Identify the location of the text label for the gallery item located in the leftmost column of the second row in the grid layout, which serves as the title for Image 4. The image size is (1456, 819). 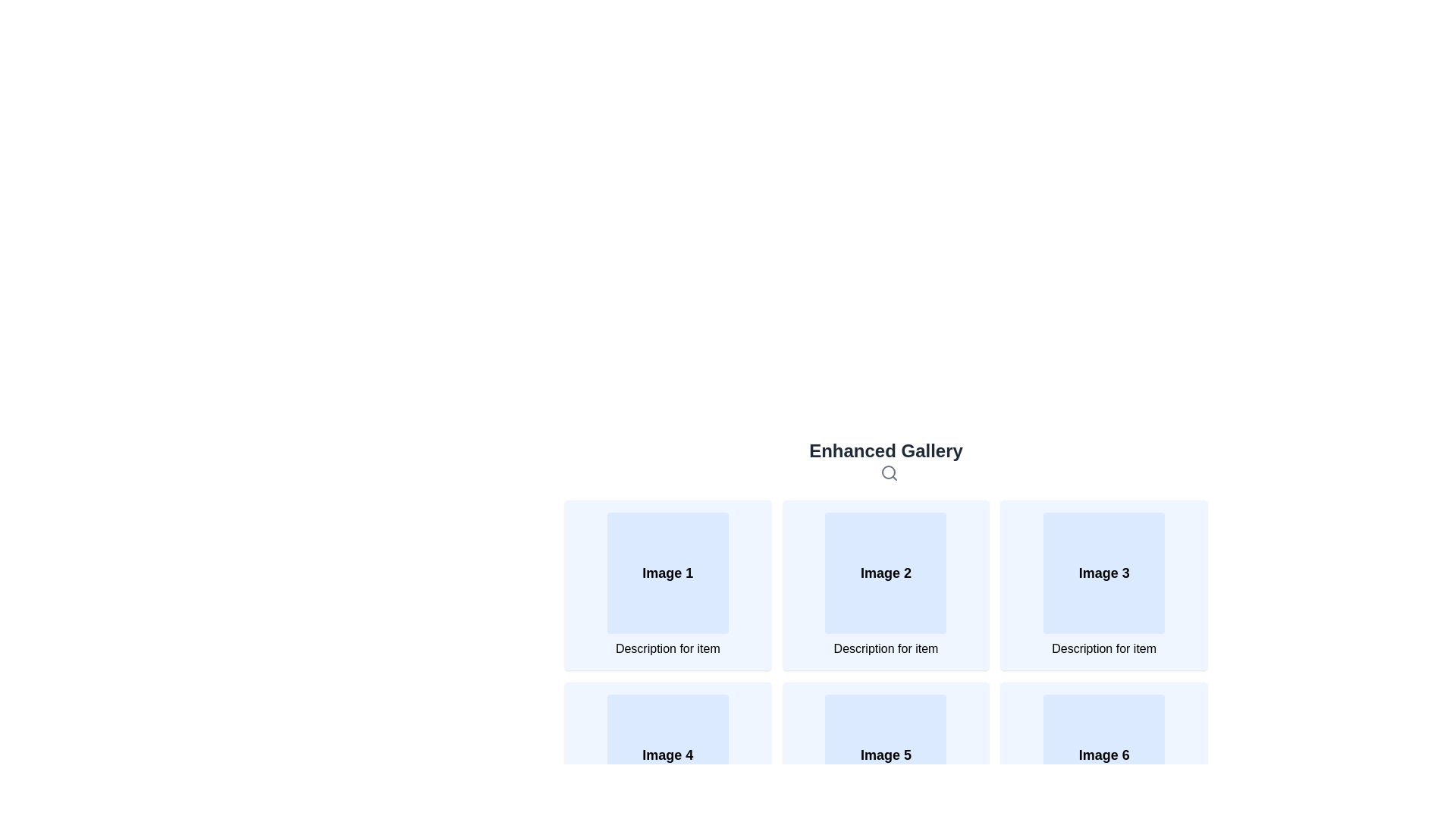
(667, 755).